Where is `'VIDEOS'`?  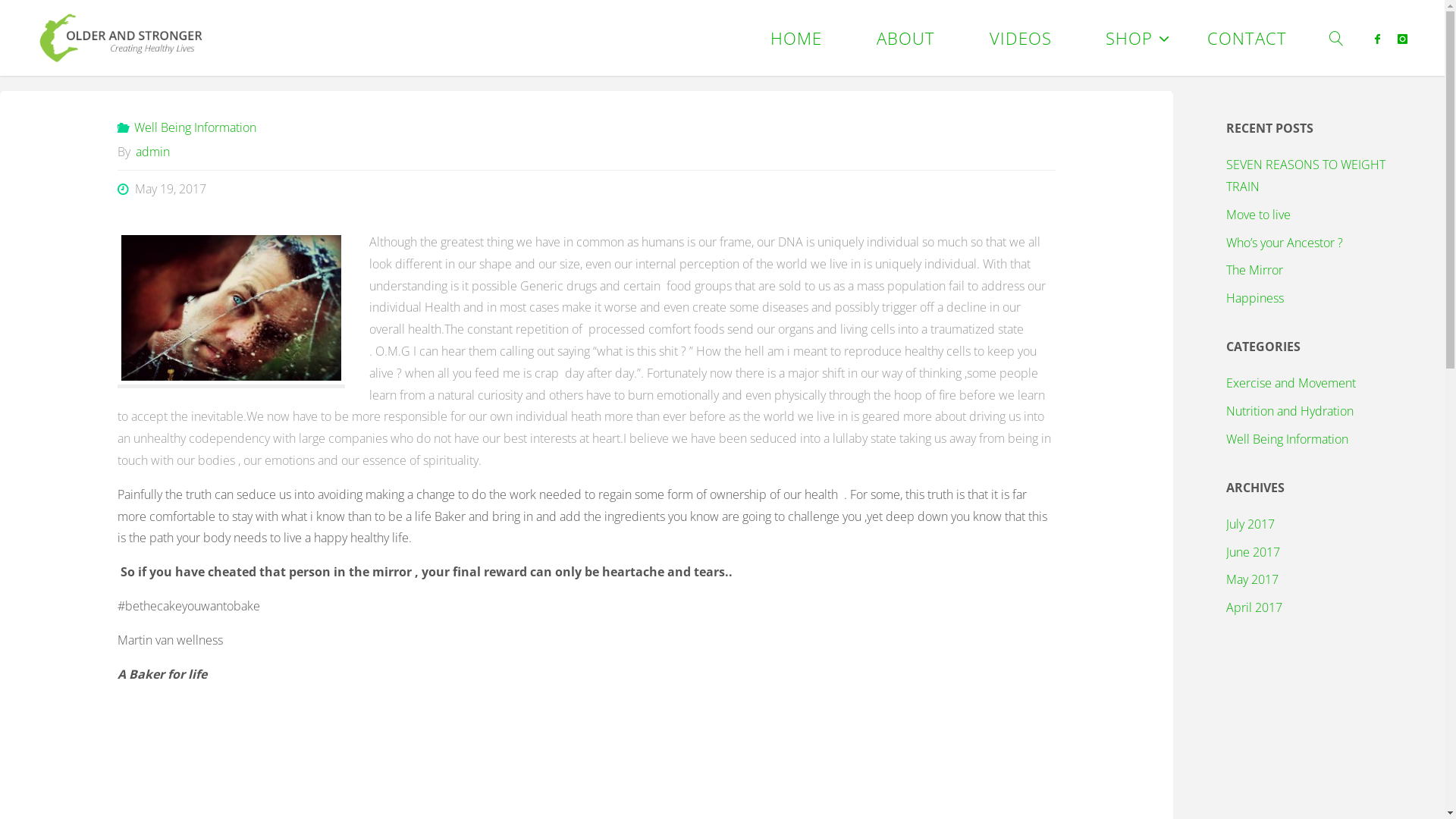
'VIDEOS' is located at coordinates (1020, 37).